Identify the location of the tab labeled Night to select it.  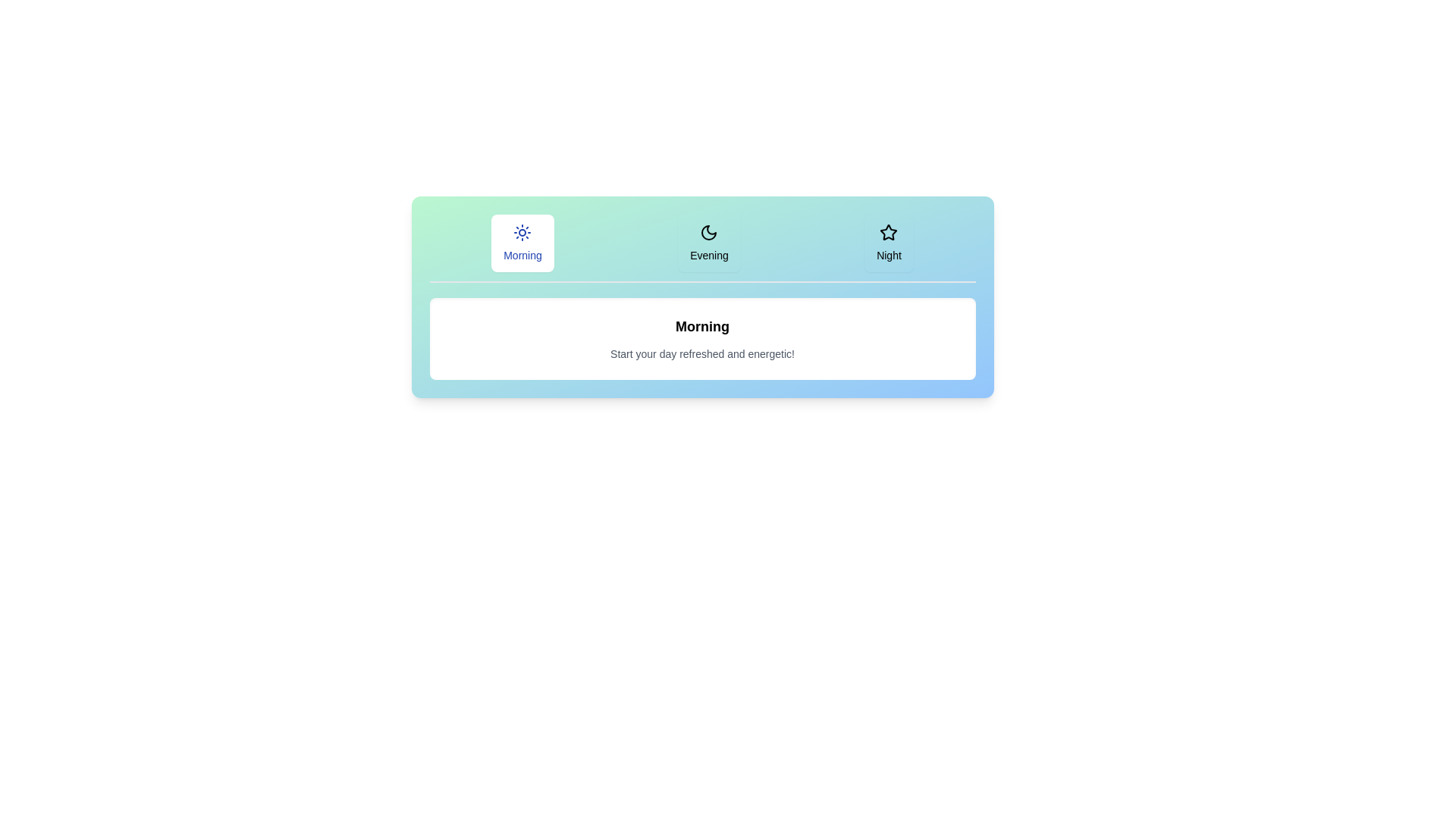
(888, 242).